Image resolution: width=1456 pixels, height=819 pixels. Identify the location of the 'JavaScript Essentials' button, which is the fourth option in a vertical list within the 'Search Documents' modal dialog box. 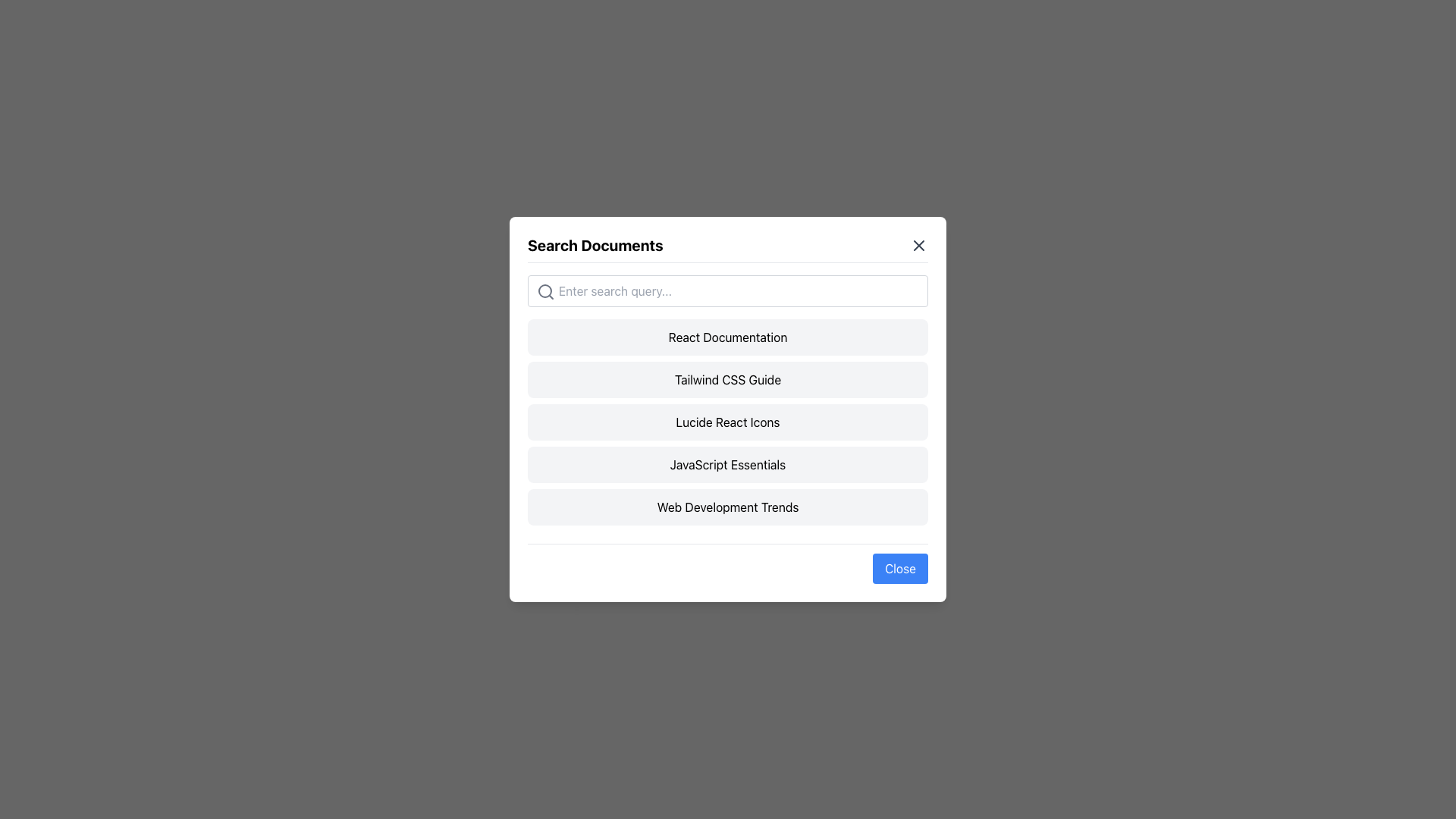
(728, 464).